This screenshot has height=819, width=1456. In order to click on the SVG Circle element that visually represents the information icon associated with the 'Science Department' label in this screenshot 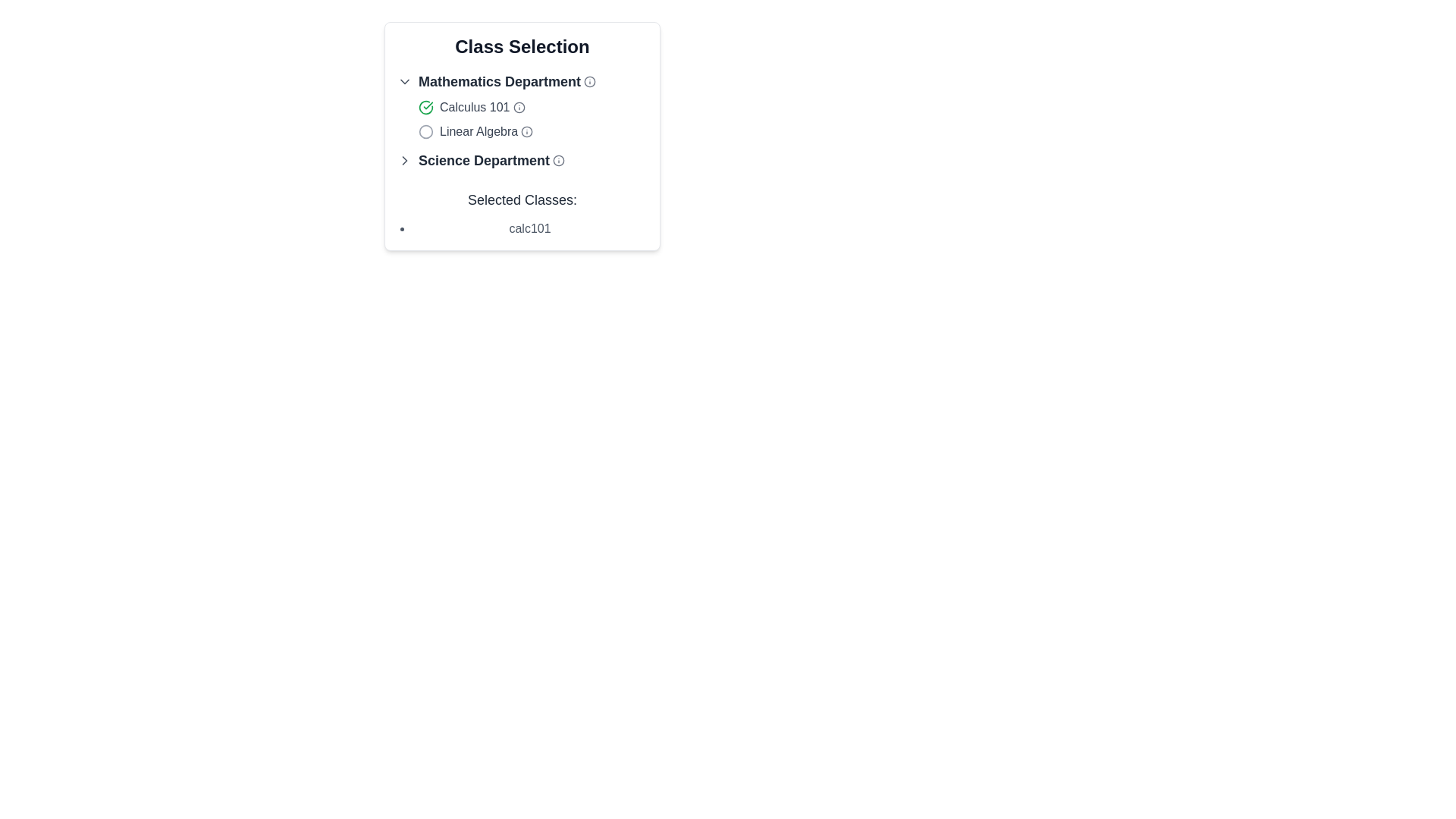, I will do `click(558, 161)`.